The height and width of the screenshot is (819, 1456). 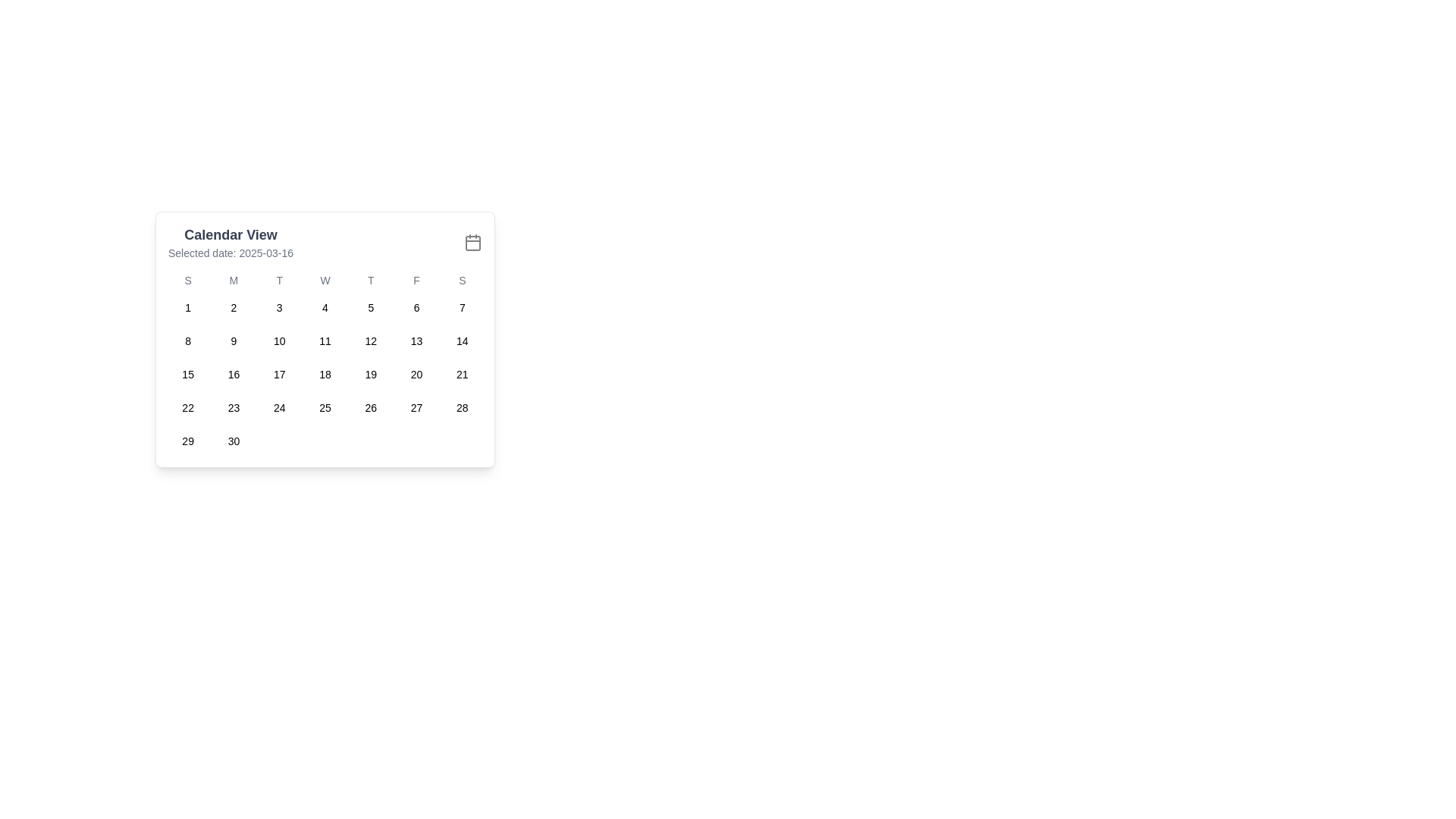 What do you see at coordinates (371, 281) in the screenshot?
I see `the uppercase letter 'T' in gray font located in the fifth column of the calendar grid header, positioned between 'W' and 'F'` at bounding box center [371, 281].